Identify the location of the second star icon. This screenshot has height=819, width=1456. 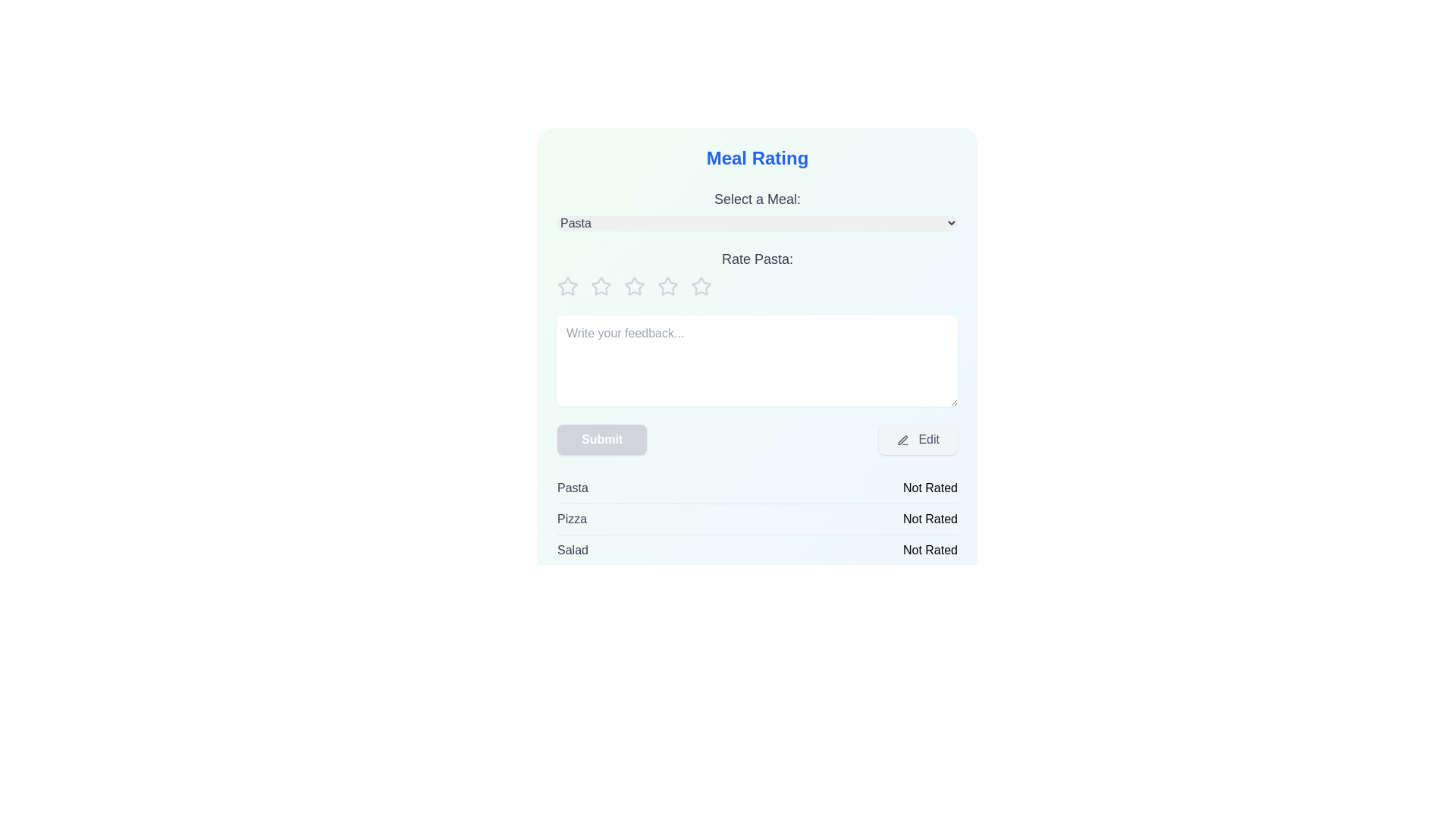
(667, 286).